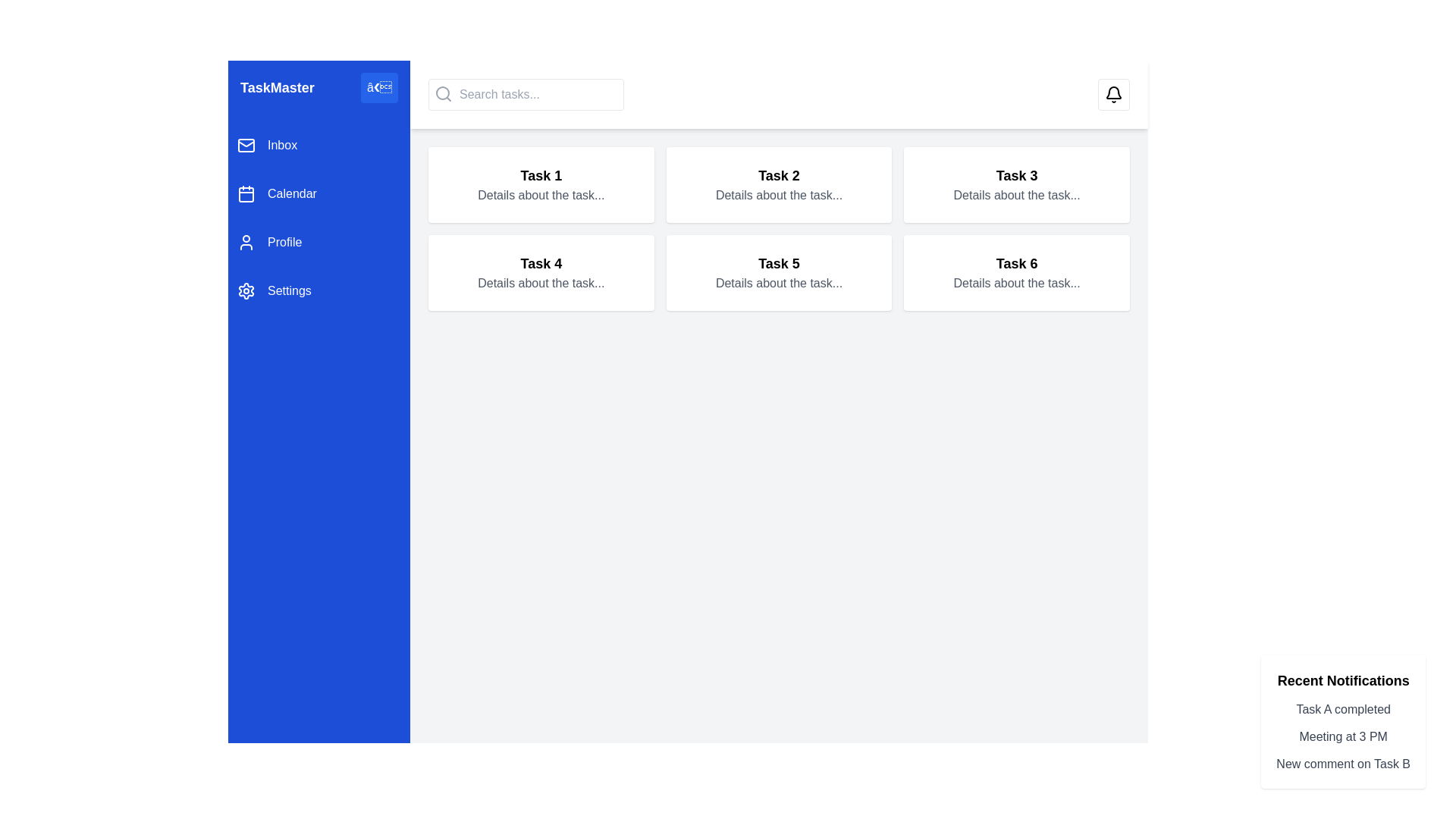 The image size is (1456, 819). Describe the element at coordinates (779, 174) in the screenshot. I see `text from the title label located in the second card of the top row in the grid layout, which identifies the task represented by this card` at that location.